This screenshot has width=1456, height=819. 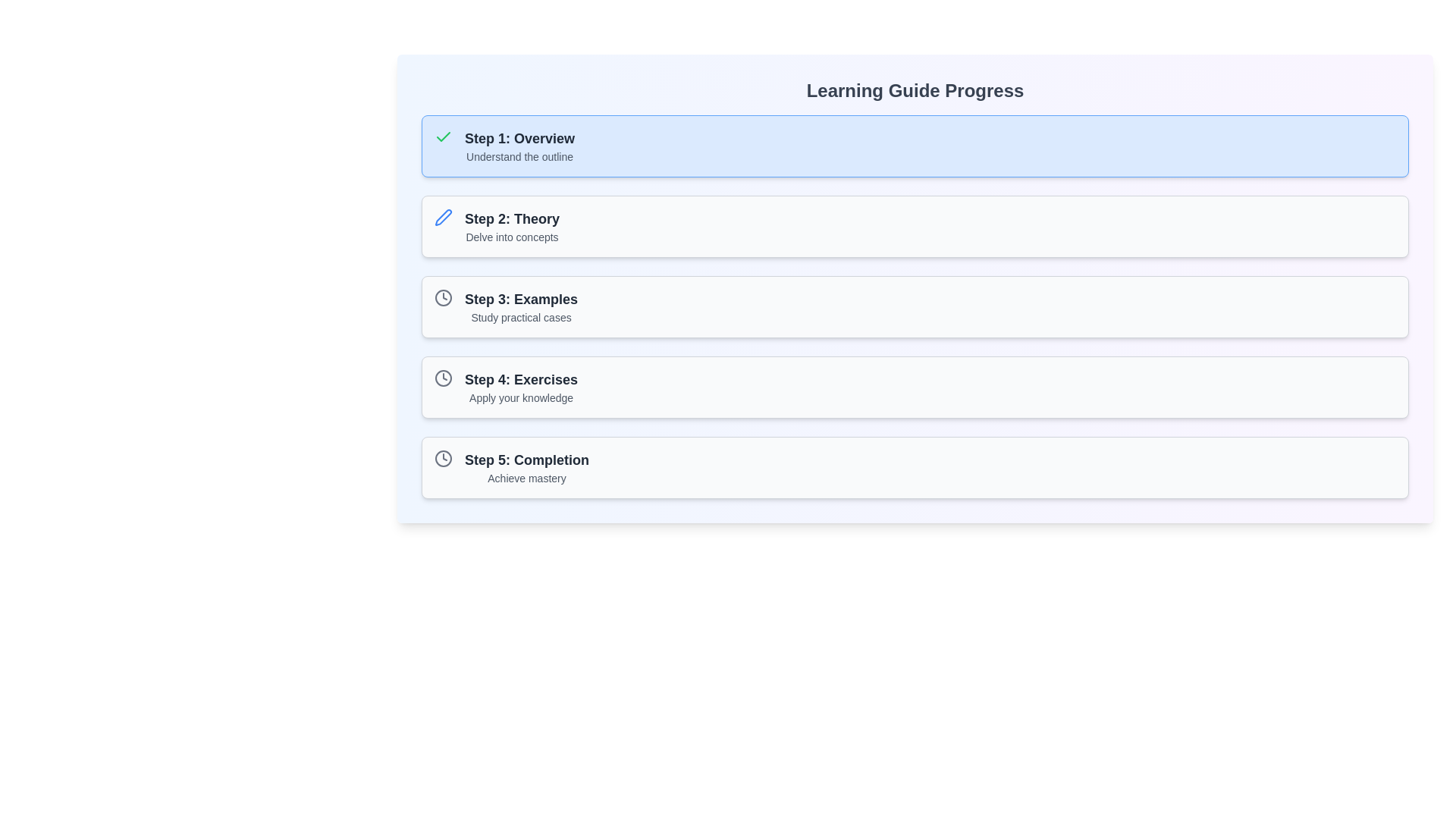 What do you see at coordinates (914, 467) in the screenshot?
I see `the Card element titled 'Step 5: Completion' with a light gray background and darker gray border, which is the last in a vertically stacked list under 'Learning Guide Progress'` at bounding box center [914, 467].